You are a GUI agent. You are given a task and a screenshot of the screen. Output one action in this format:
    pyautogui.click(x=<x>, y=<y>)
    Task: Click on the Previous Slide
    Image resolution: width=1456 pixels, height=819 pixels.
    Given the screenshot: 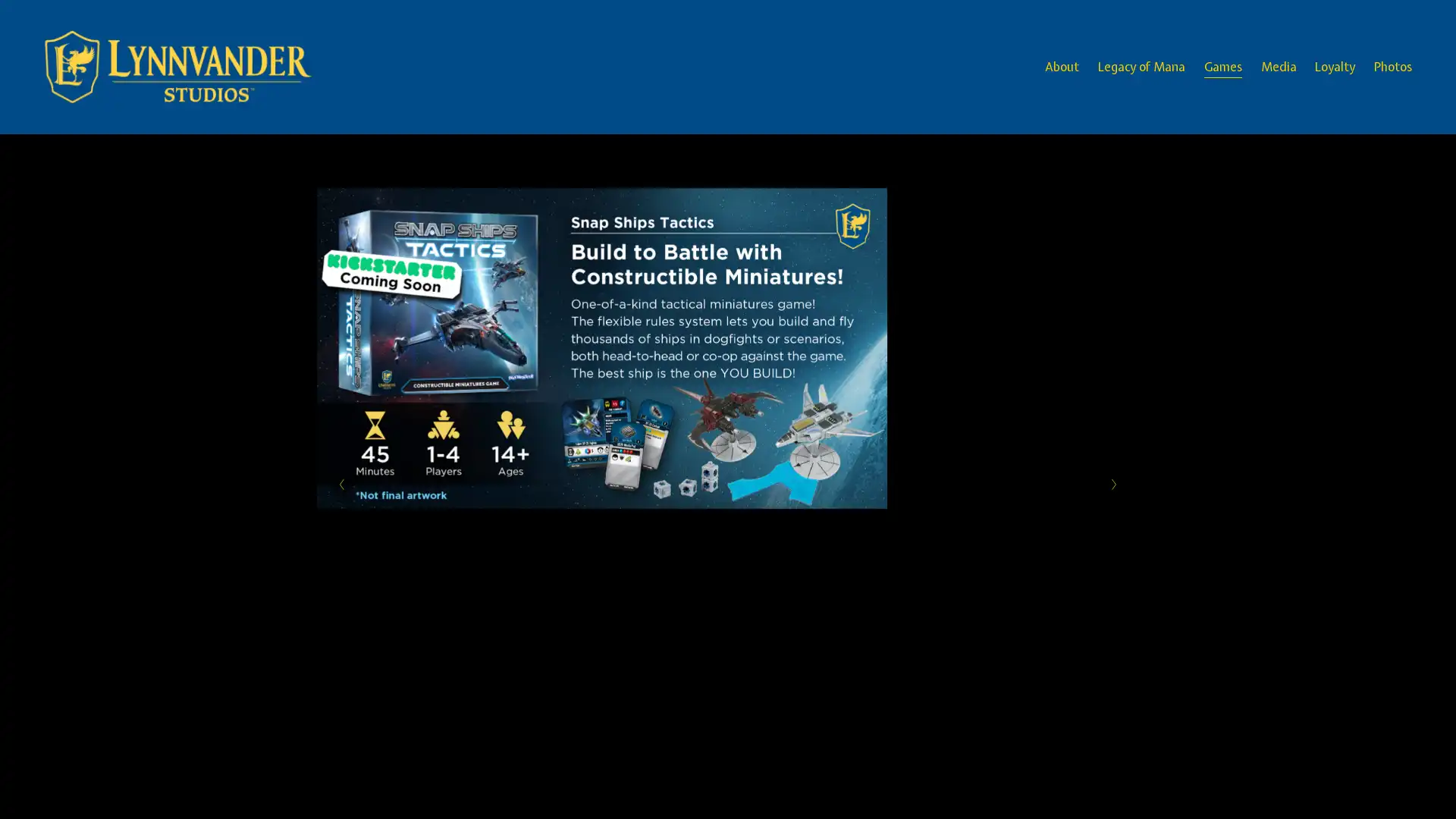 What is the action you would take?
    pyautogui.click(x=340, y=485)
    